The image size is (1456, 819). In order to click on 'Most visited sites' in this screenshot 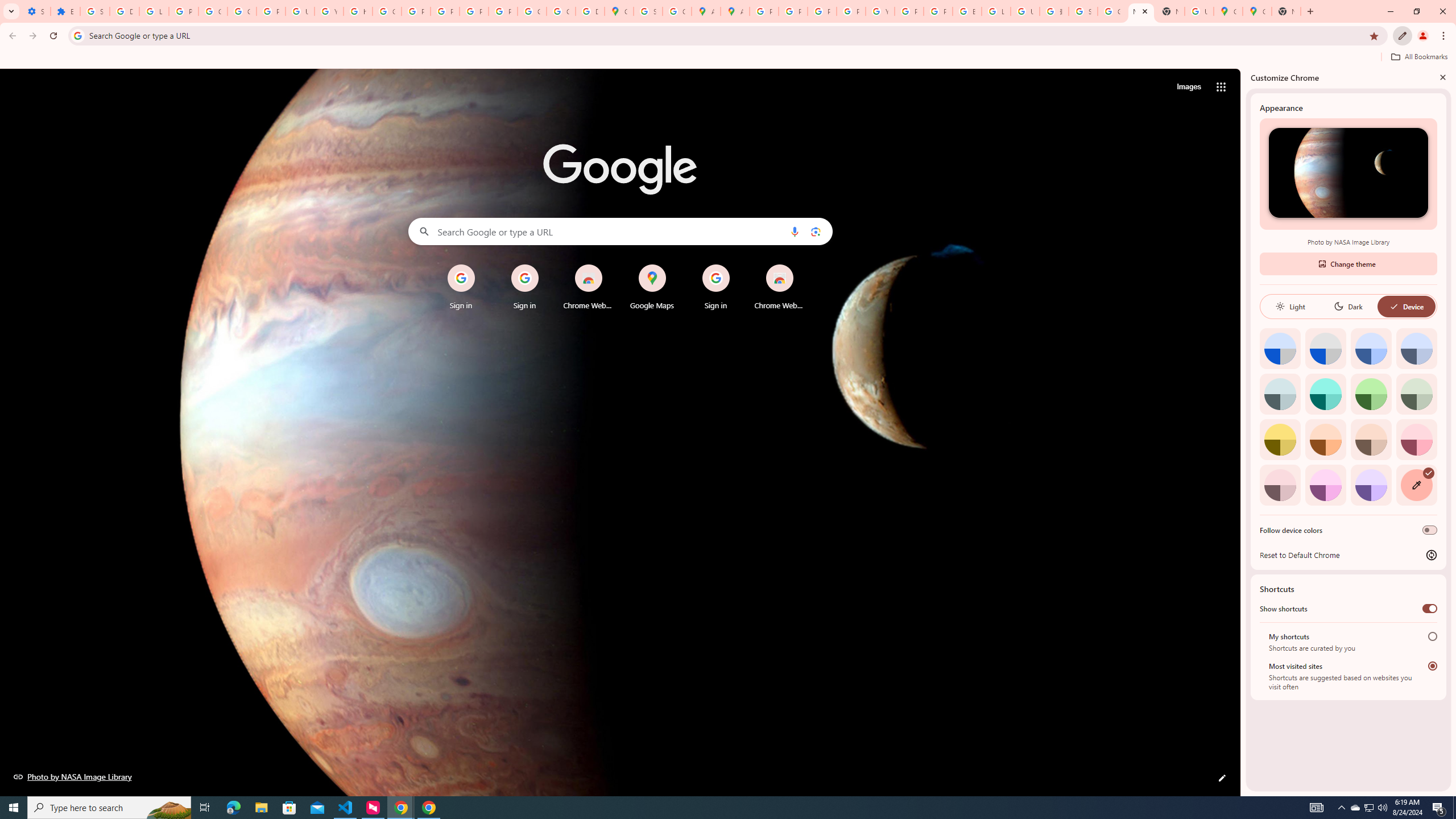, I will do `click(1433, 665)`.